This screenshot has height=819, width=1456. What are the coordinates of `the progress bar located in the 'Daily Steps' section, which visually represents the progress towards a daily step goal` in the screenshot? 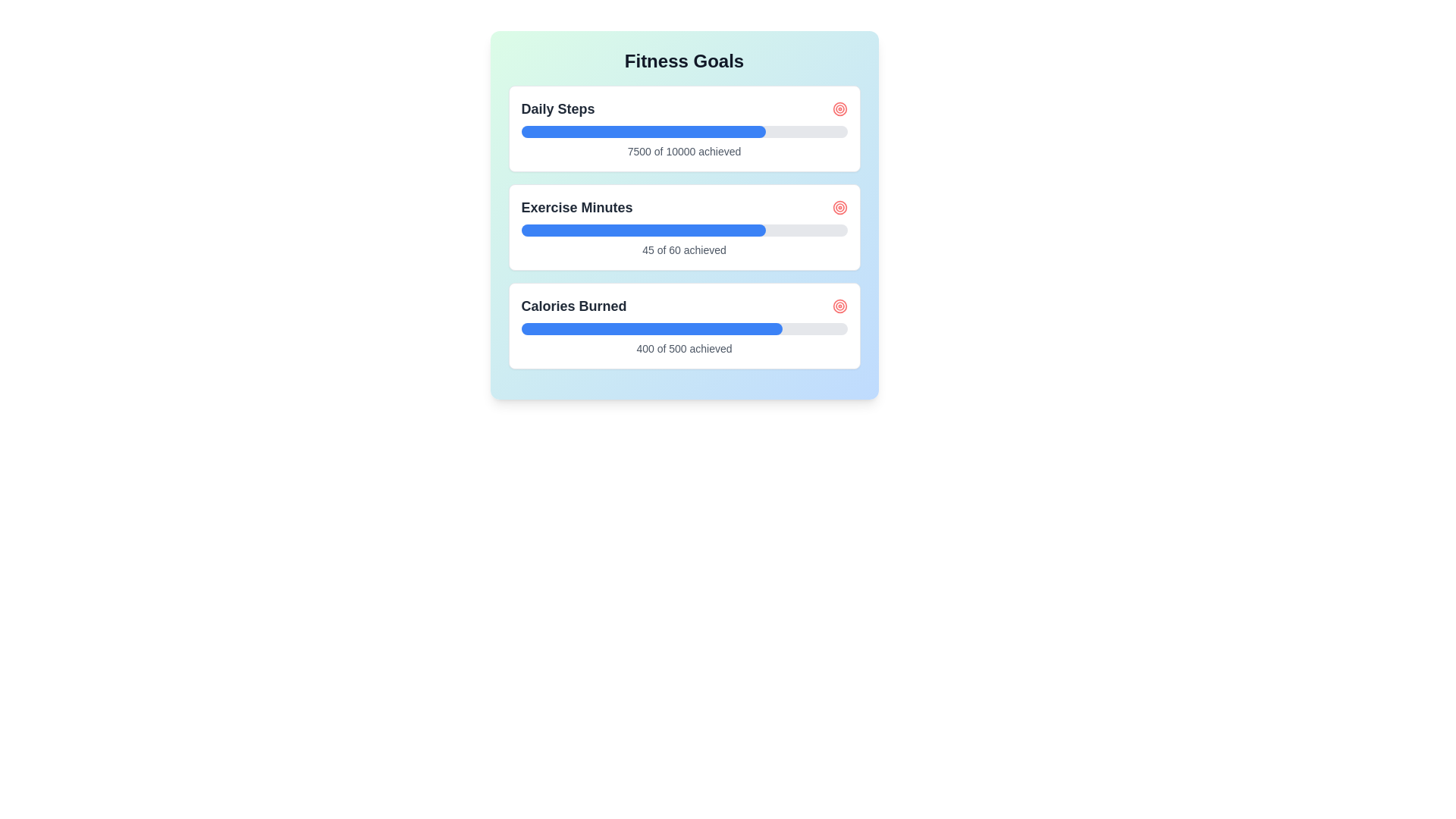 It's located at (643, 130).